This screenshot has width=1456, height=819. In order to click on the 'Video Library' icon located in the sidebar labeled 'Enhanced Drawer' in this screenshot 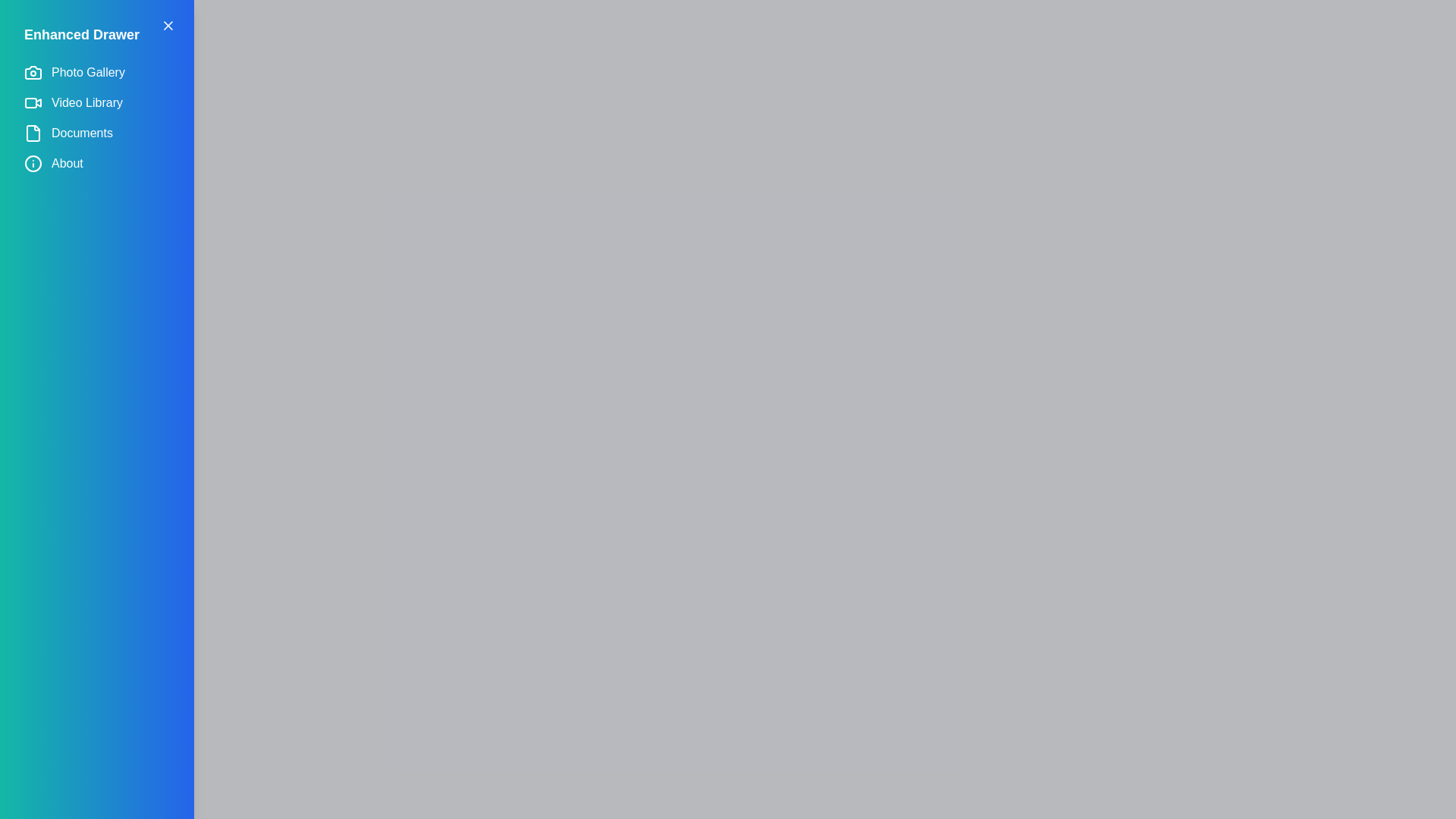, I will do `click(33, 102)`.